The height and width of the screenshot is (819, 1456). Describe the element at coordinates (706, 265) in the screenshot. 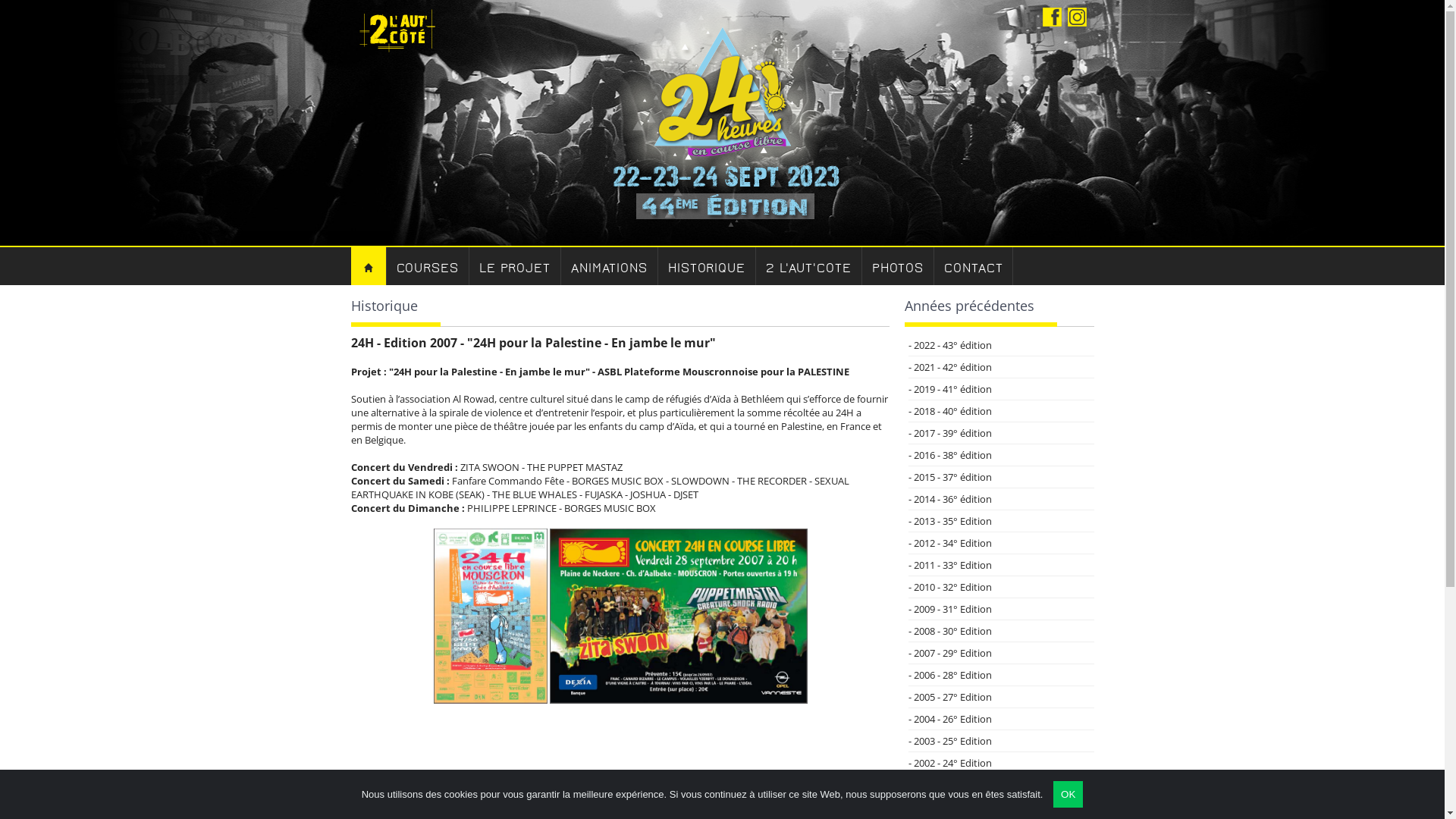

I see `'HISTORIQUE'` at that location.